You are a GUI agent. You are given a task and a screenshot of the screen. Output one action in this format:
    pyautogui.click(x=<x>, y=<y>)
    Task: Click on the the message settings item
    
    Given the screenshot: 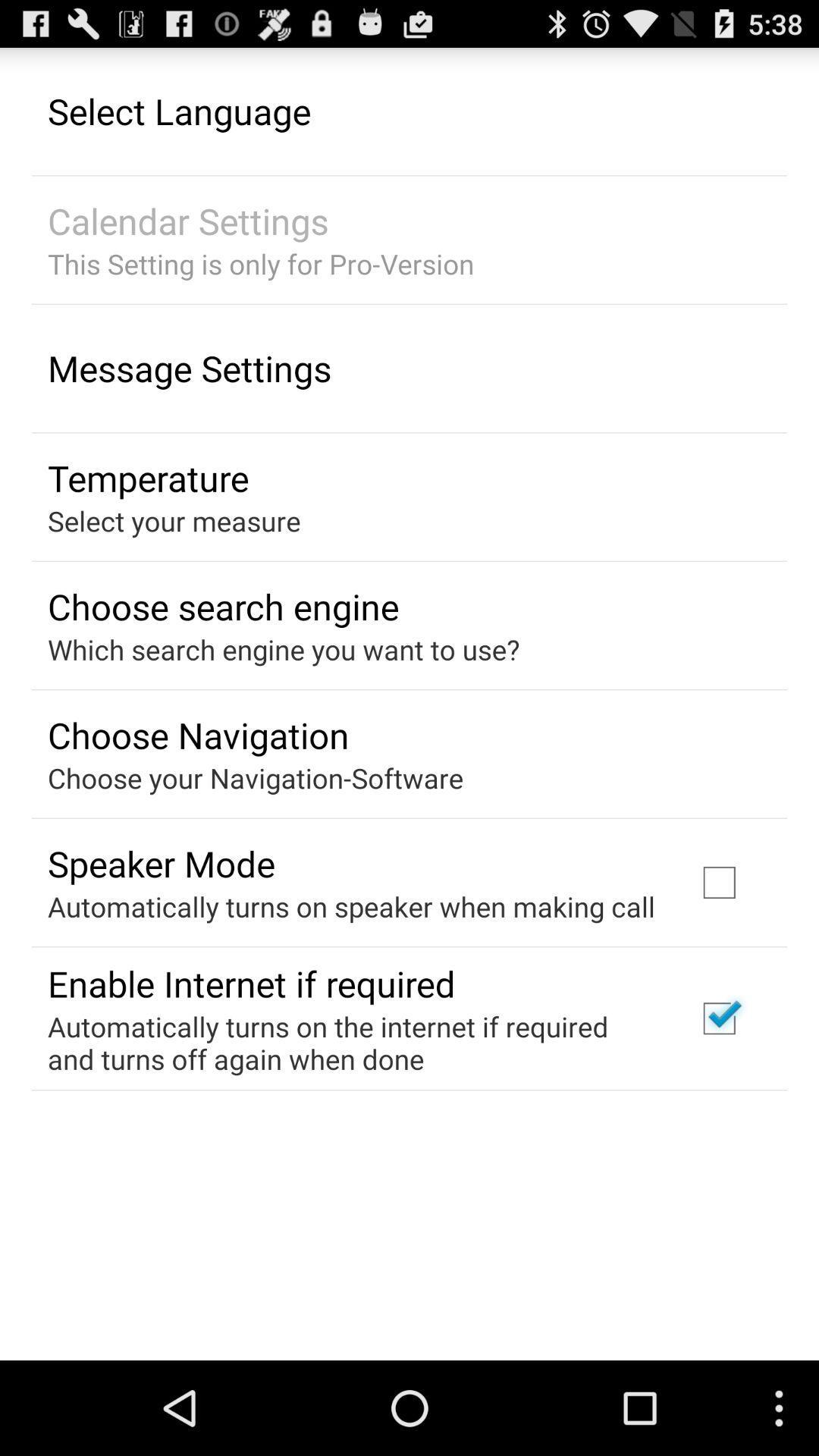 What is the action you would take?
    pyautogui.click(x=189, y=368)
    